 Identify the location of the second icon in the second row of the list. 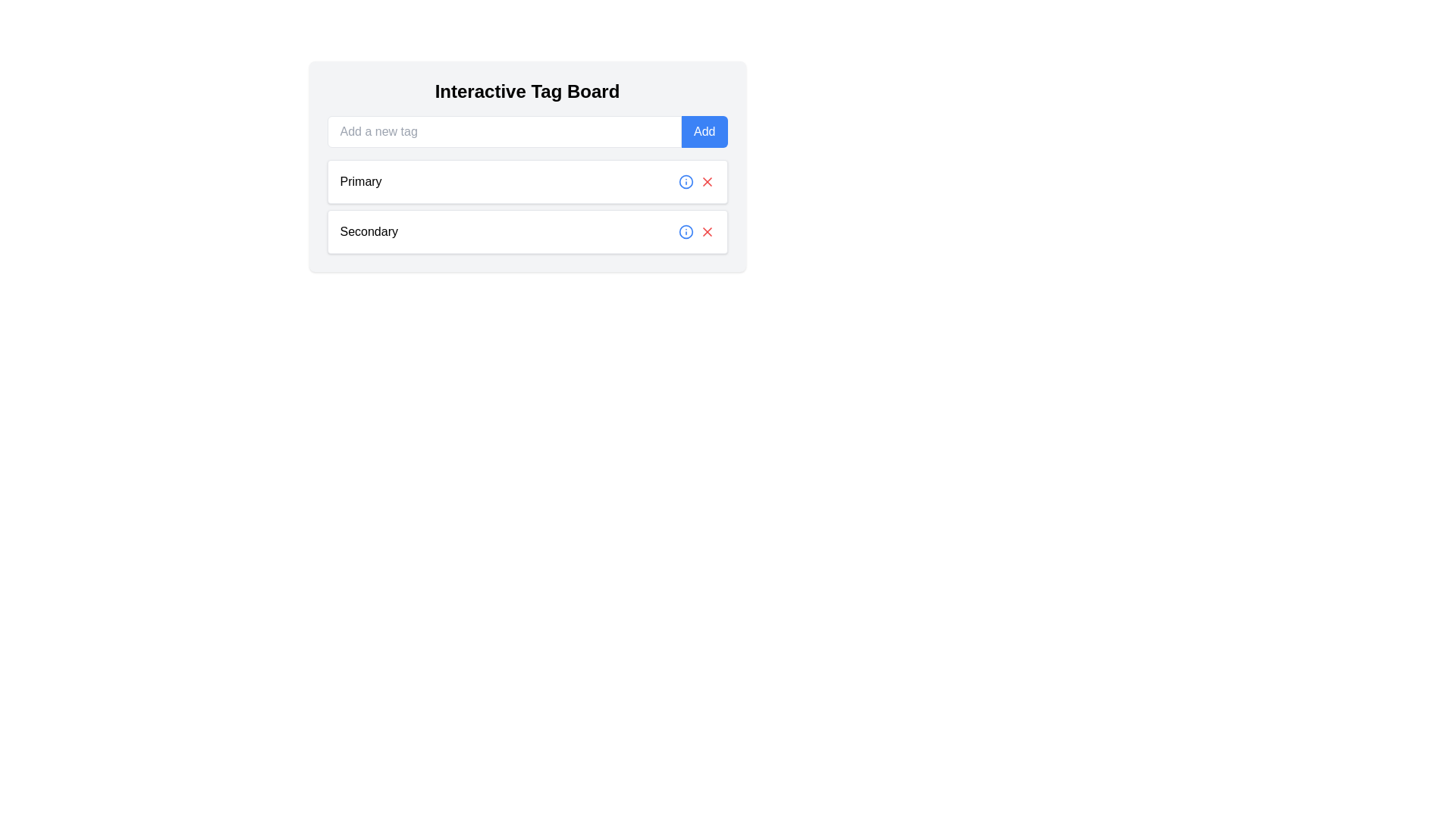
(685, 180).